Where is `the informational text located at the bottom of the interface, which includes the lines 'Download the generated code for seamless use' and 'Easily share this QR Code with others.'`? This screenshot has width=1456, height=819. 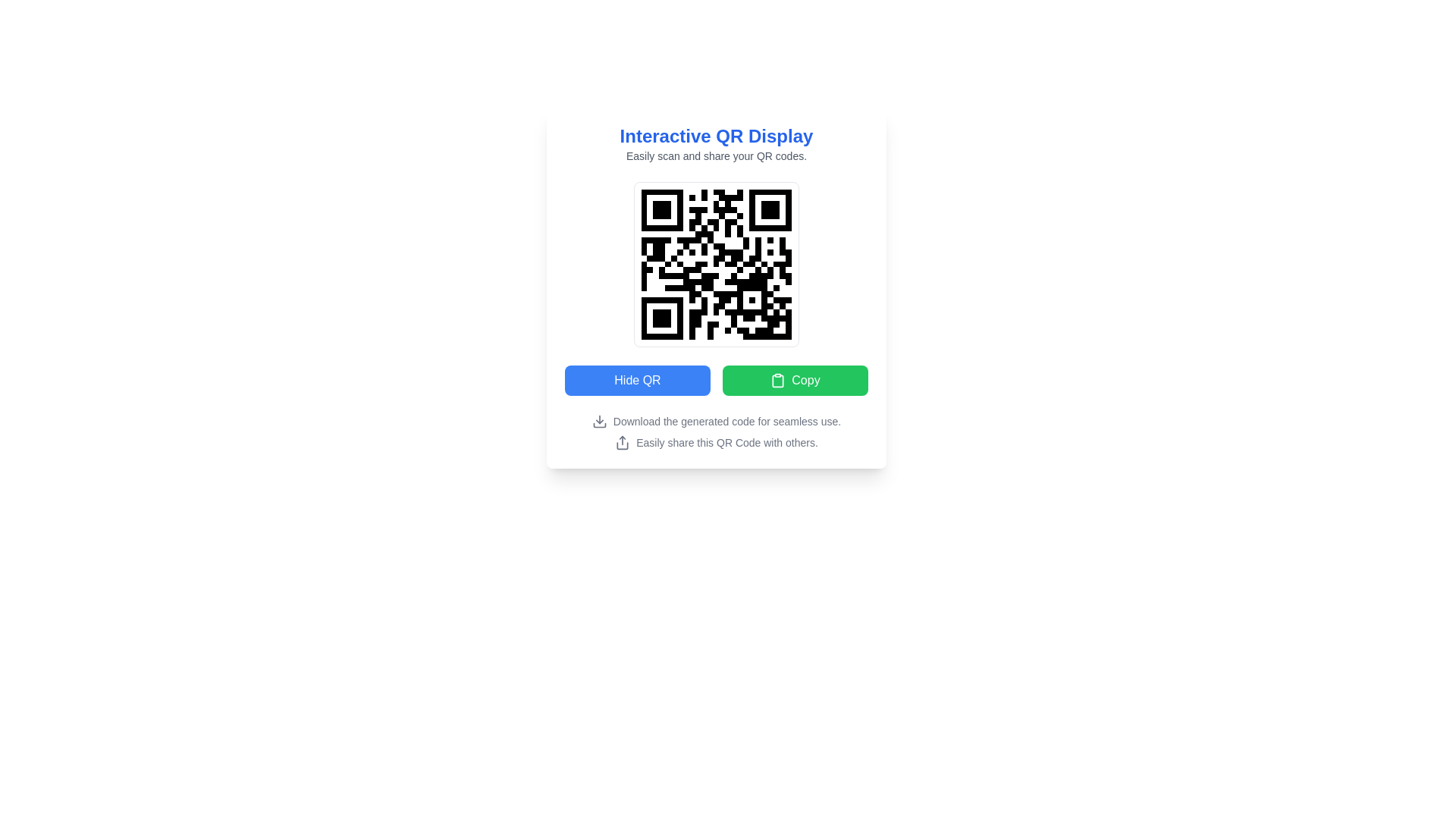
the informational text located at the bottom of the interface, which includes the lines 'Download the generated code for seamless use' and 'Easily share this QR Code with others.' is located at coordinates (716, 432).